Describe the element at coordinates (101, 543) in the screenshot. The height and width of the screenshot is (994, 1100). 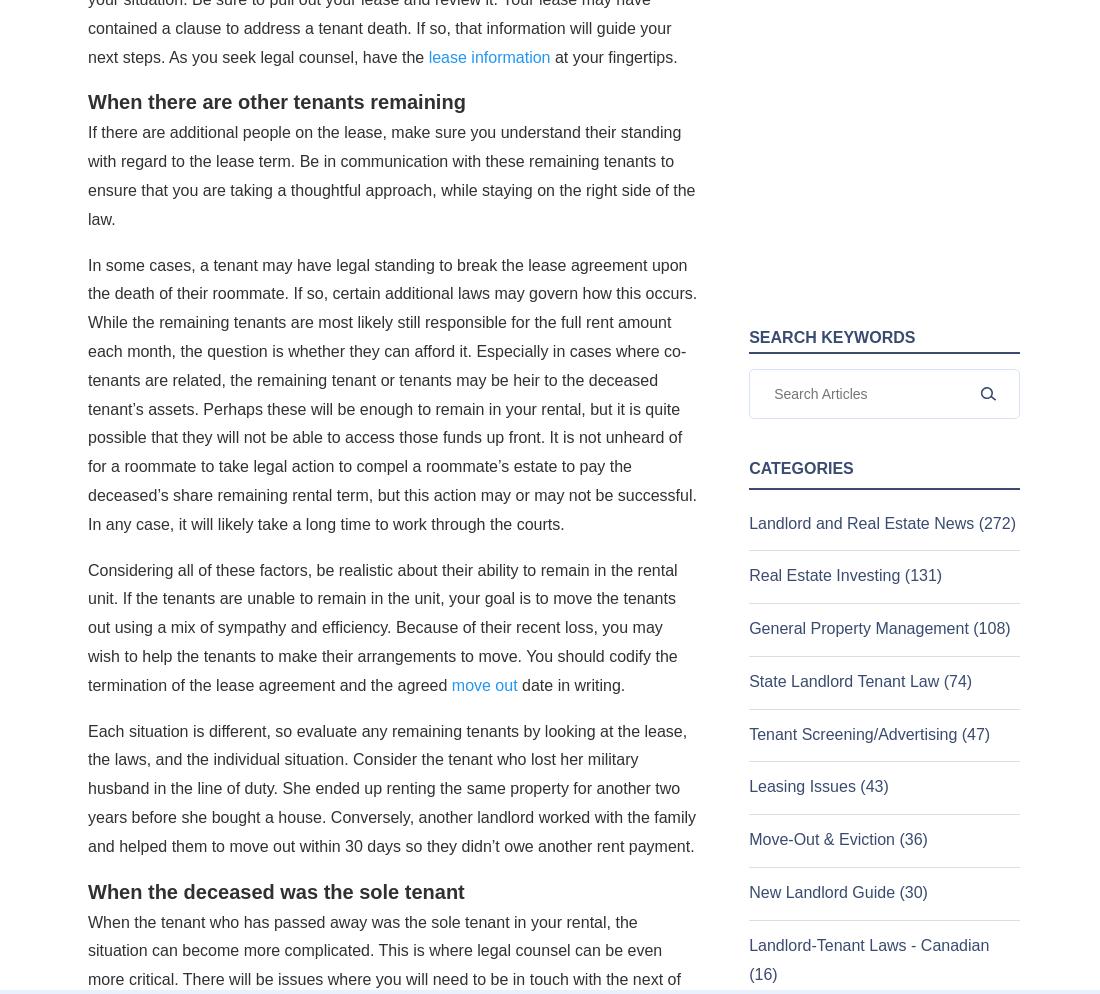
I see `'Comments'` at that location.